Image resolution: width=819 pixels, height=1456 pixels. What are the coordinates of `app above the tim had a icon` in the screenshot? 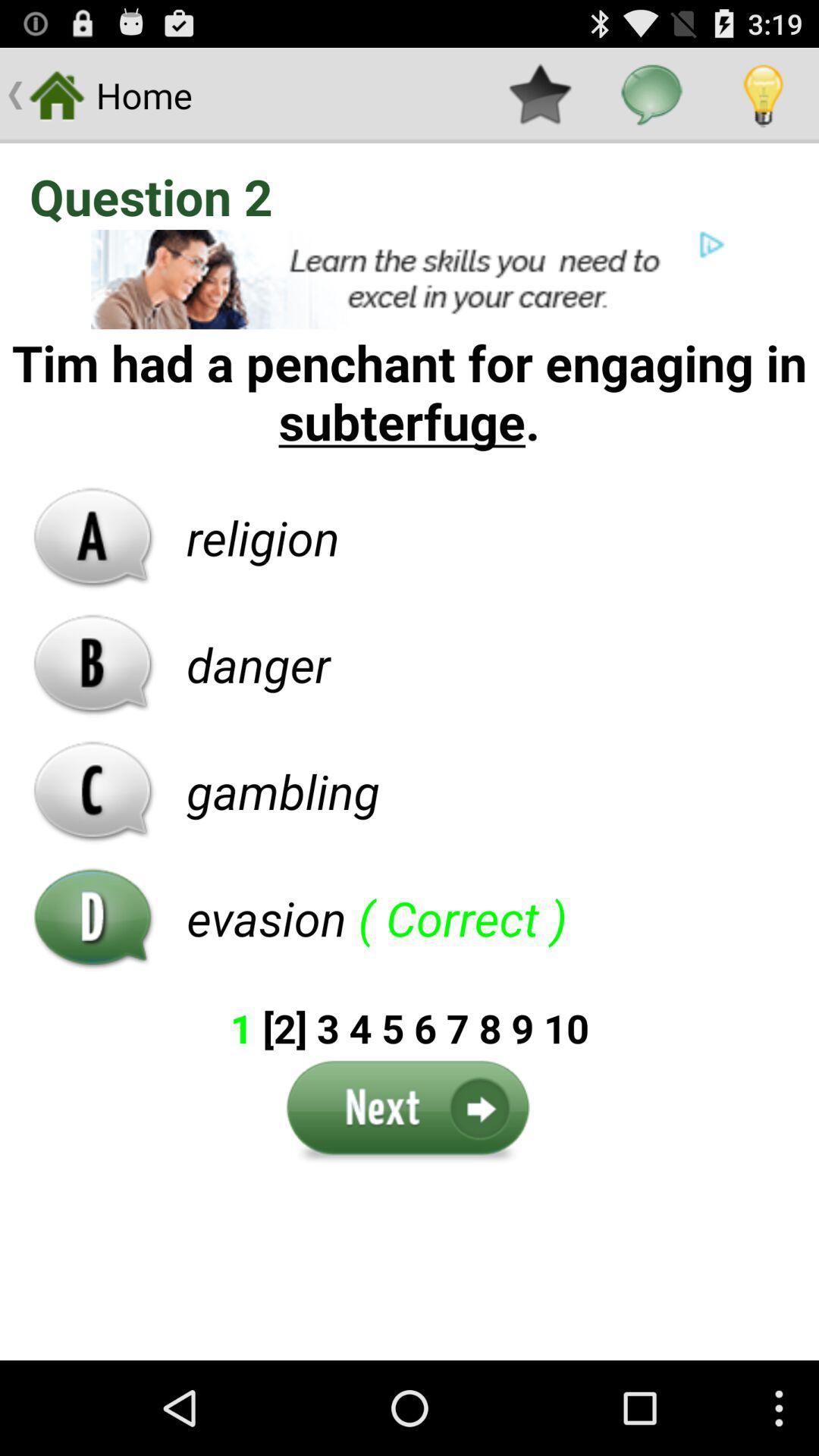 It's located at (409, 279).